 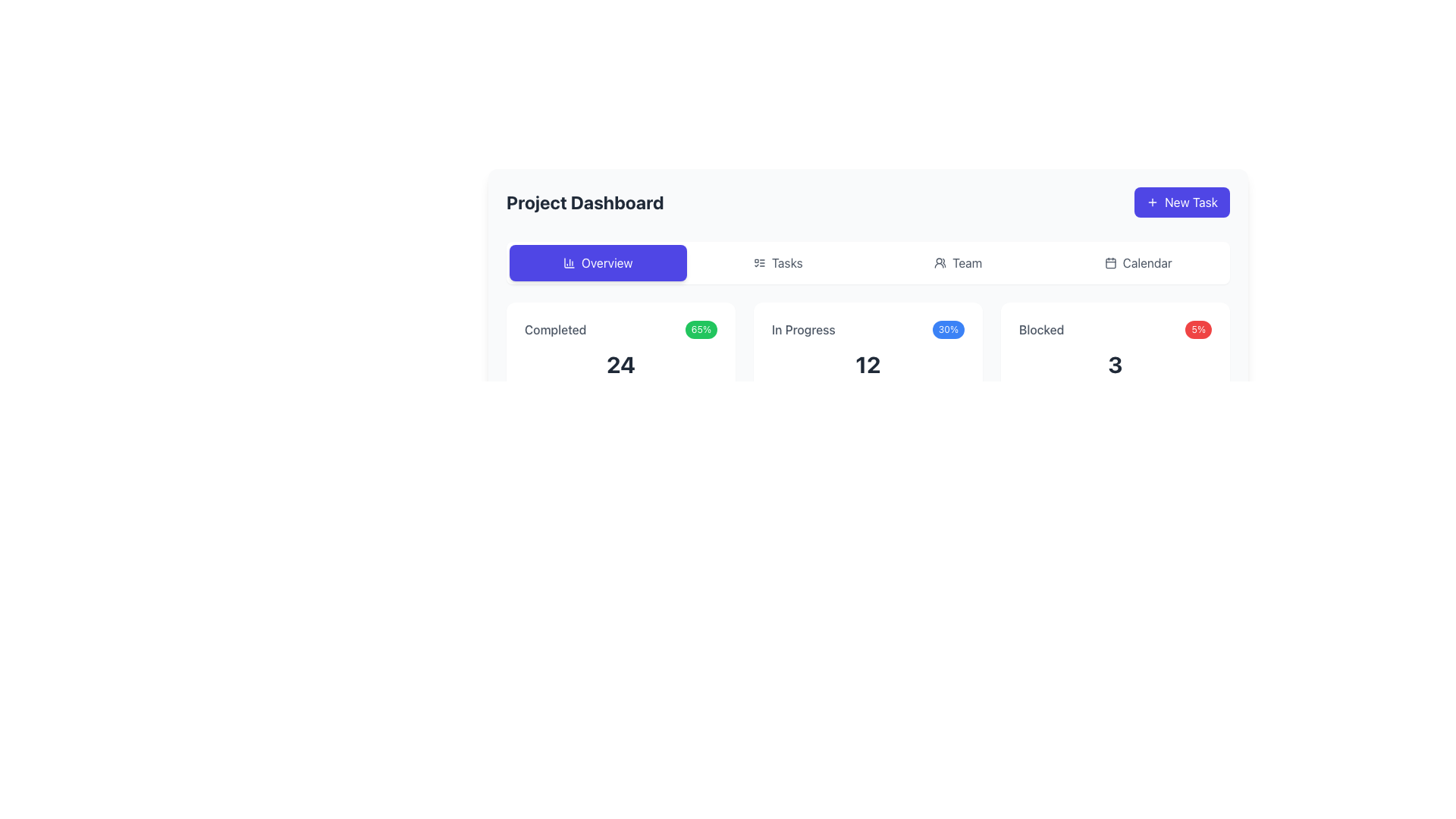 What do you see at coordinates (1110, 262) in the screenshot?
I see `the graphical component of the calendar icon located in the upper right section of the interface, aligned with the 'Calendar' tab in the navigation bar` at bounding box center [1110, 262].